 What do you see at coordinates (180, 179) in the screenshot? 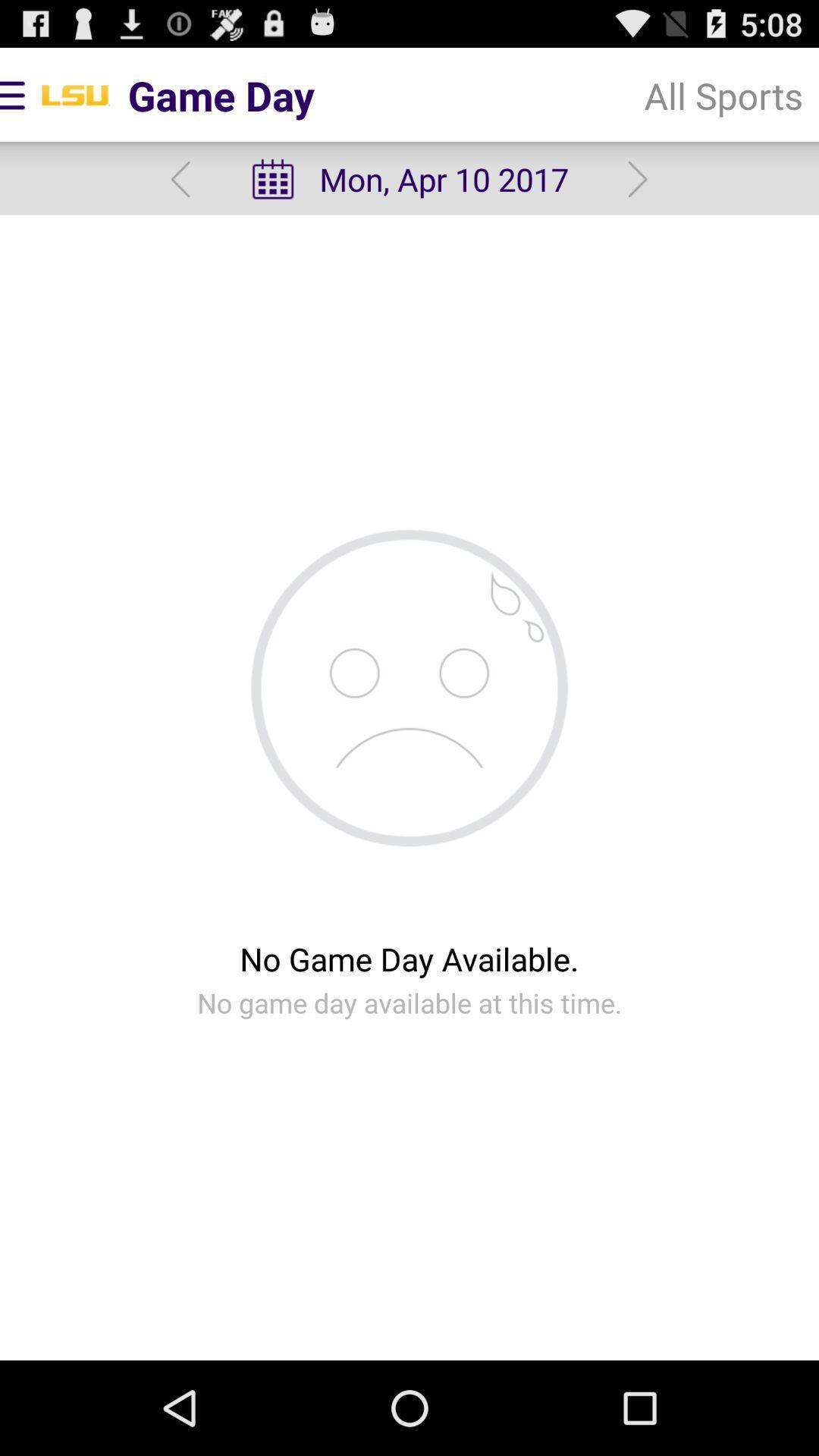
I see `the app to the left of the mon apr 10 item` at bounding box center [180, 179].